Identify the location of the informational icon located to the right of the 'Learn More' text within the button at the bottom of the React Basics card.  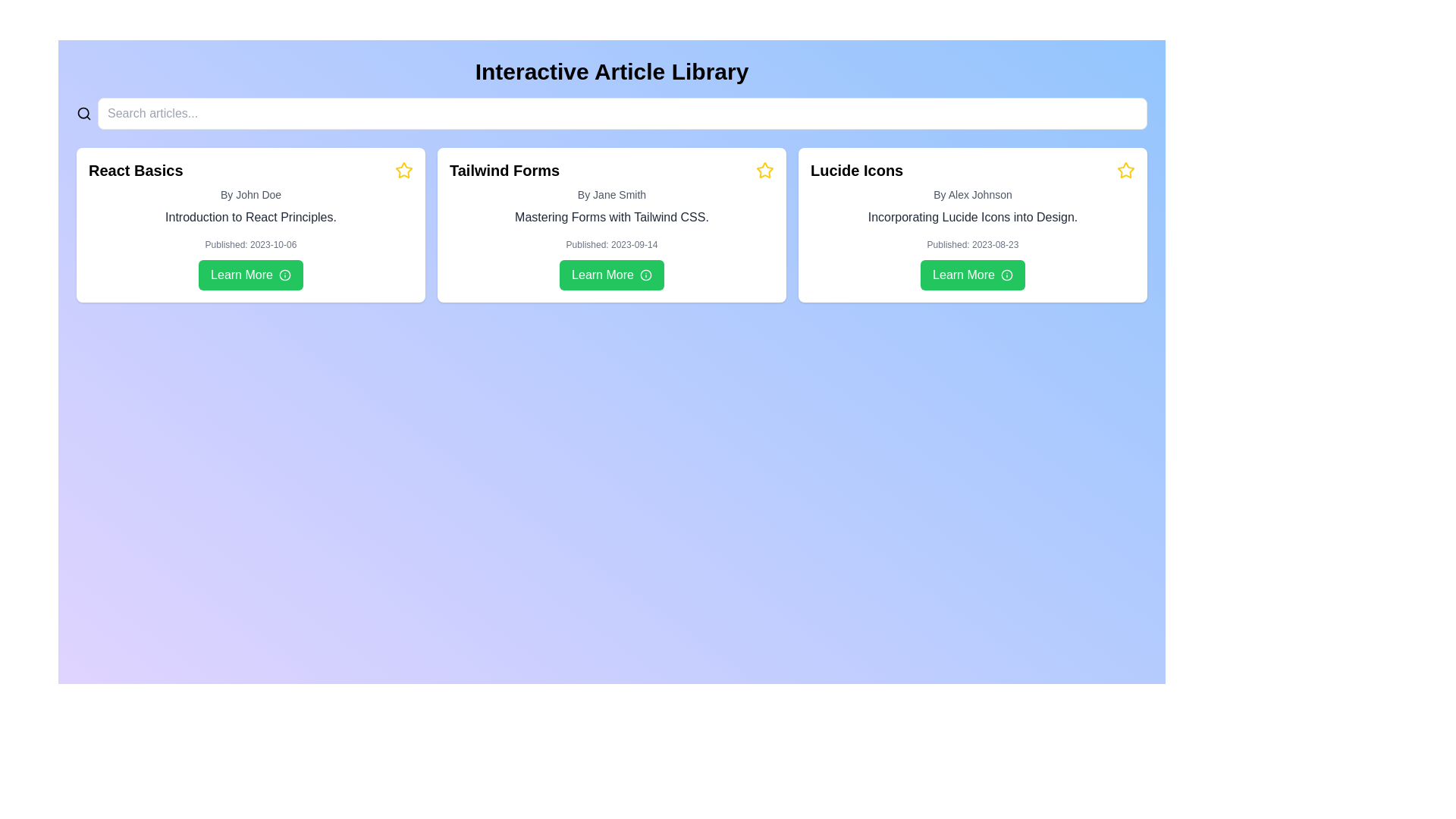
(284, 275).